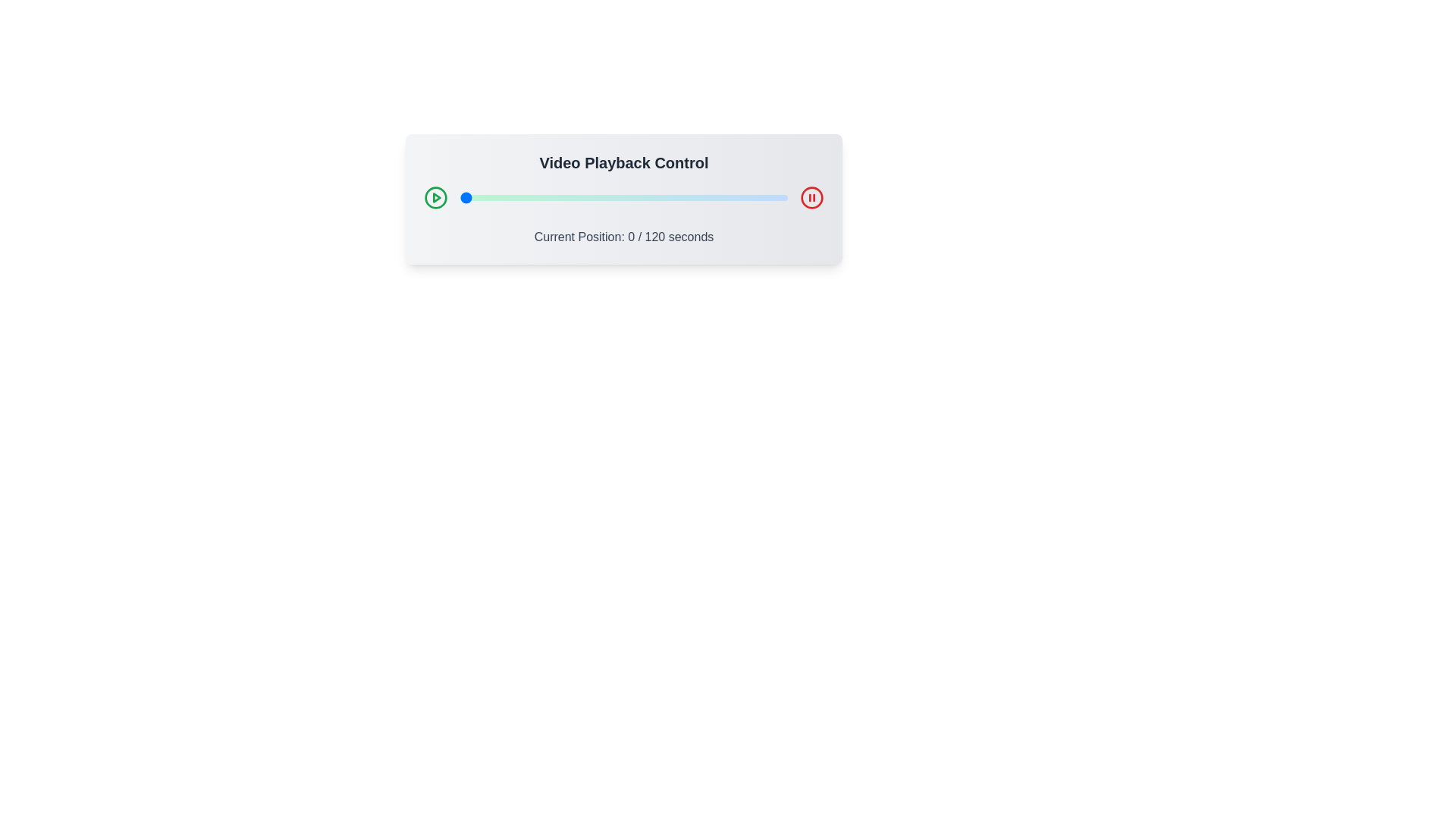 This screenshot has height=819, width=1456. I want to click on the video playback slider to 7 seconds, so click(479, 197).